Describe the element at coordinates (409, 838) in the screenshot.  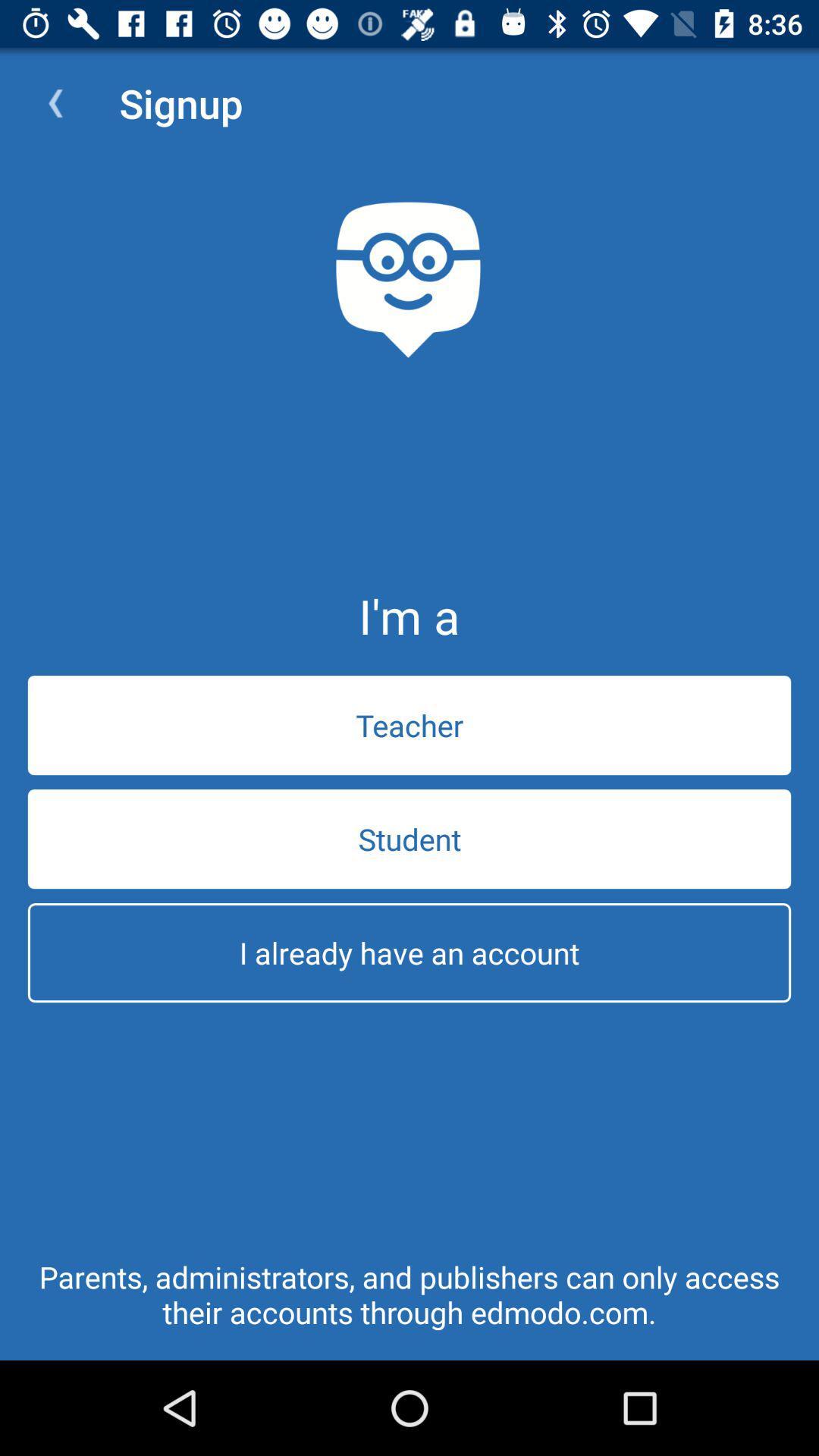
I see `item above i already have icon` at that location.